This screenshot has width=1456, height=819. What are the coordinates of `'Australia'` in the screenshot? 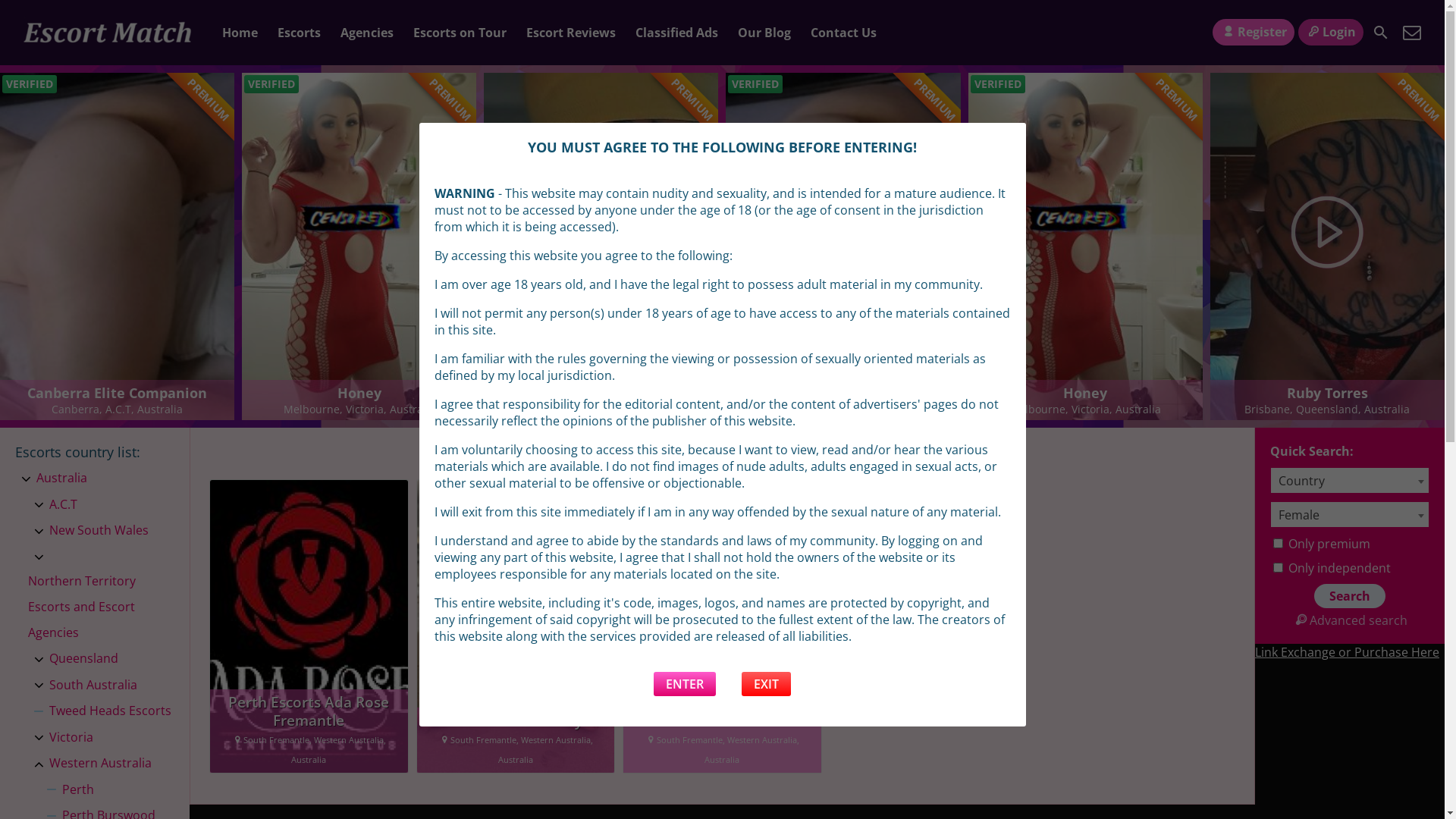 It's located at (61, 479).